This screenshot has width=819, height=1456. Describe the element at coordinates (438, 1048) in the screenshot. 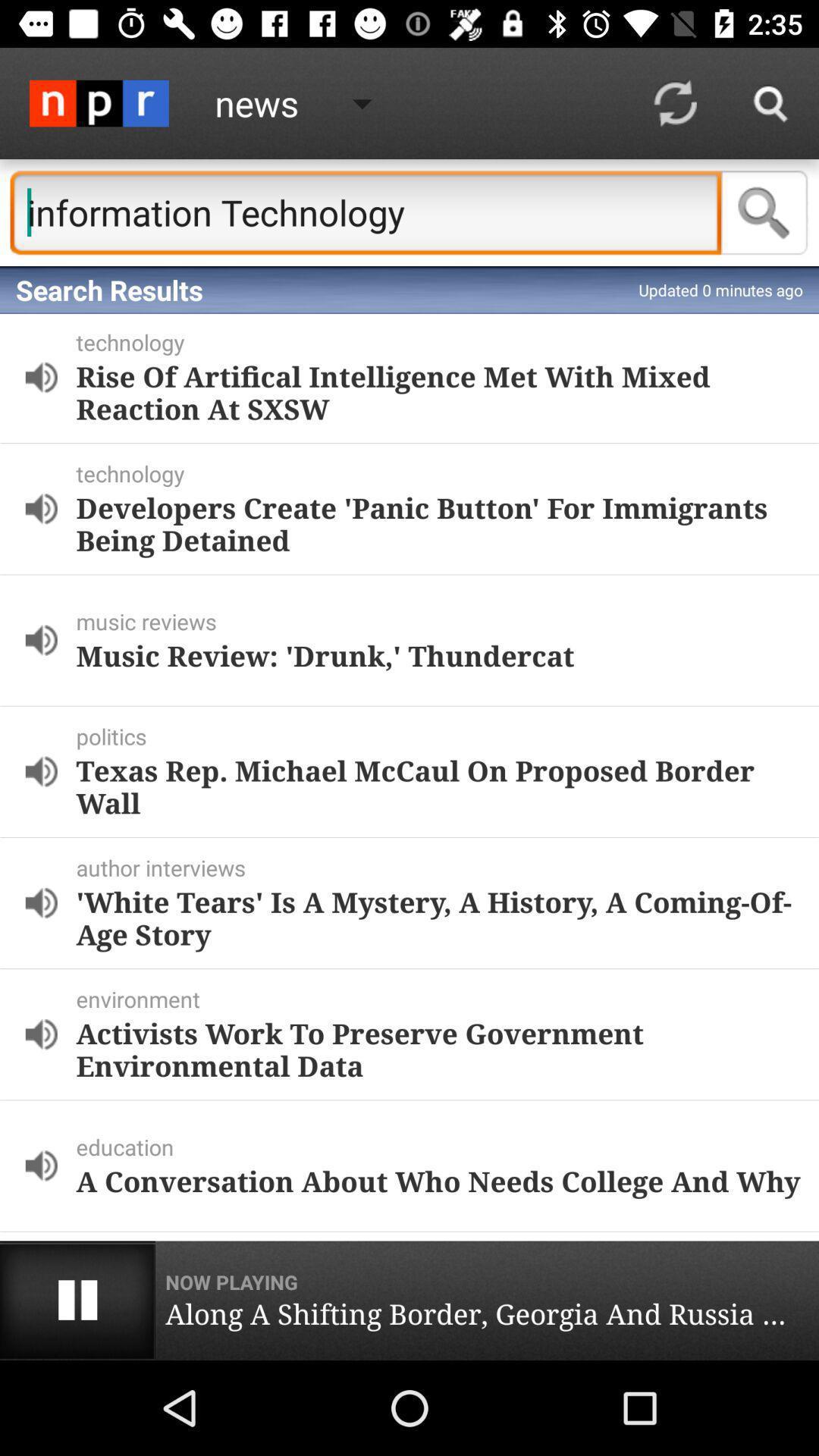

I see `the activists work to` at that location.